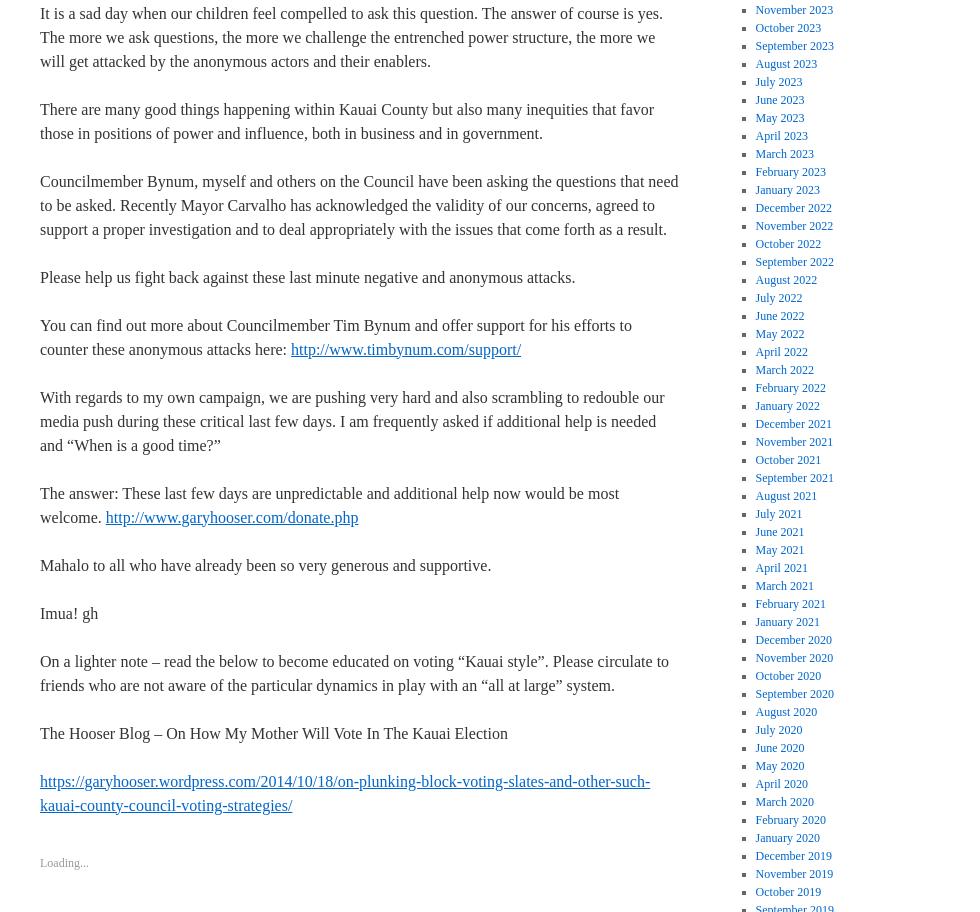 The image size is (980, 912). Describe the element at coordinates (788, 459) in the screenshot. I see `'October 2021'` at that location.